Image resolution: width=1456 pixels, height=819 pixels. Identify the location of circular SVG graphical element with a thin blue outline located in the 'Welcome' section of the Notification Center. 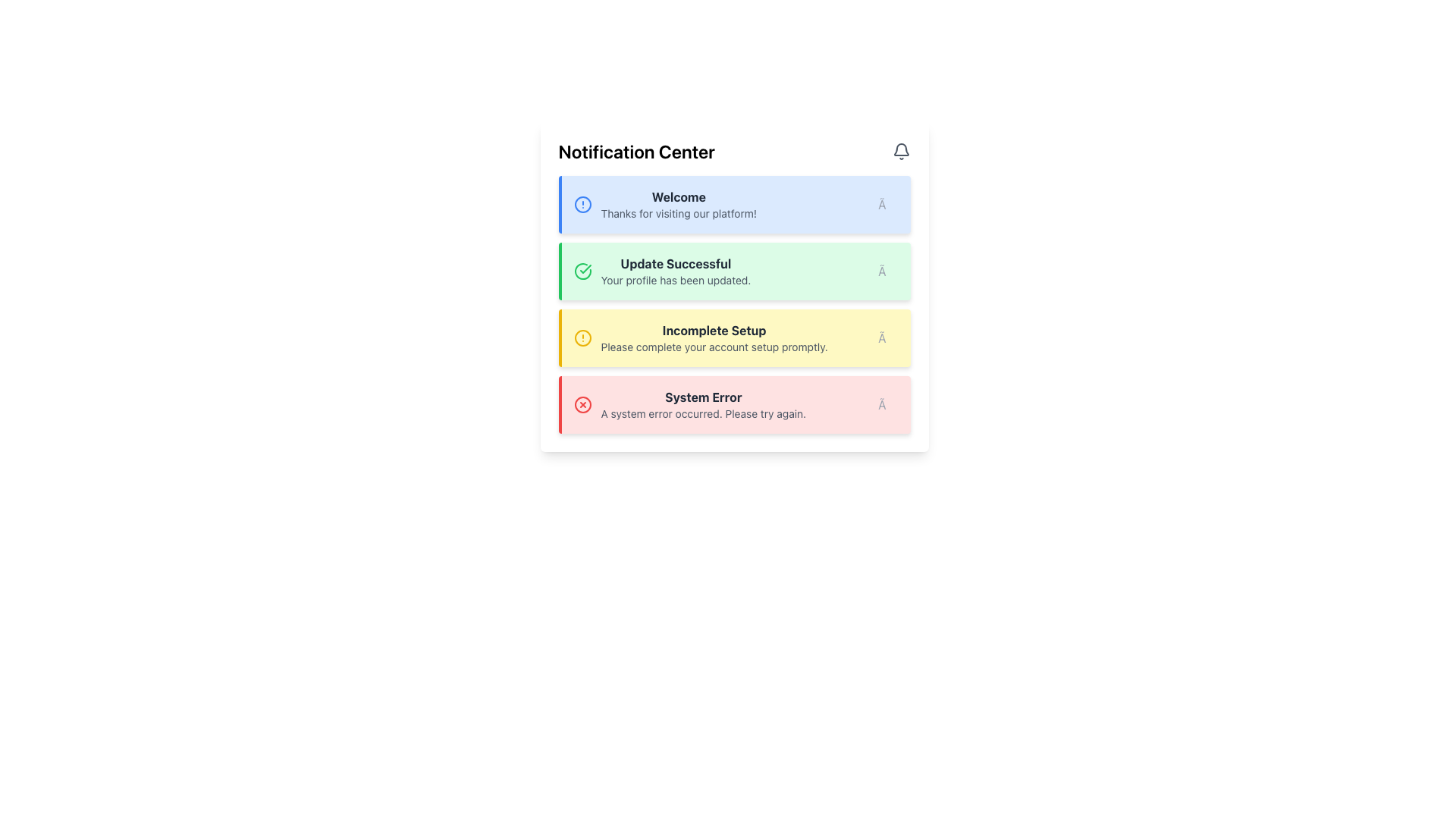
(582, 205).